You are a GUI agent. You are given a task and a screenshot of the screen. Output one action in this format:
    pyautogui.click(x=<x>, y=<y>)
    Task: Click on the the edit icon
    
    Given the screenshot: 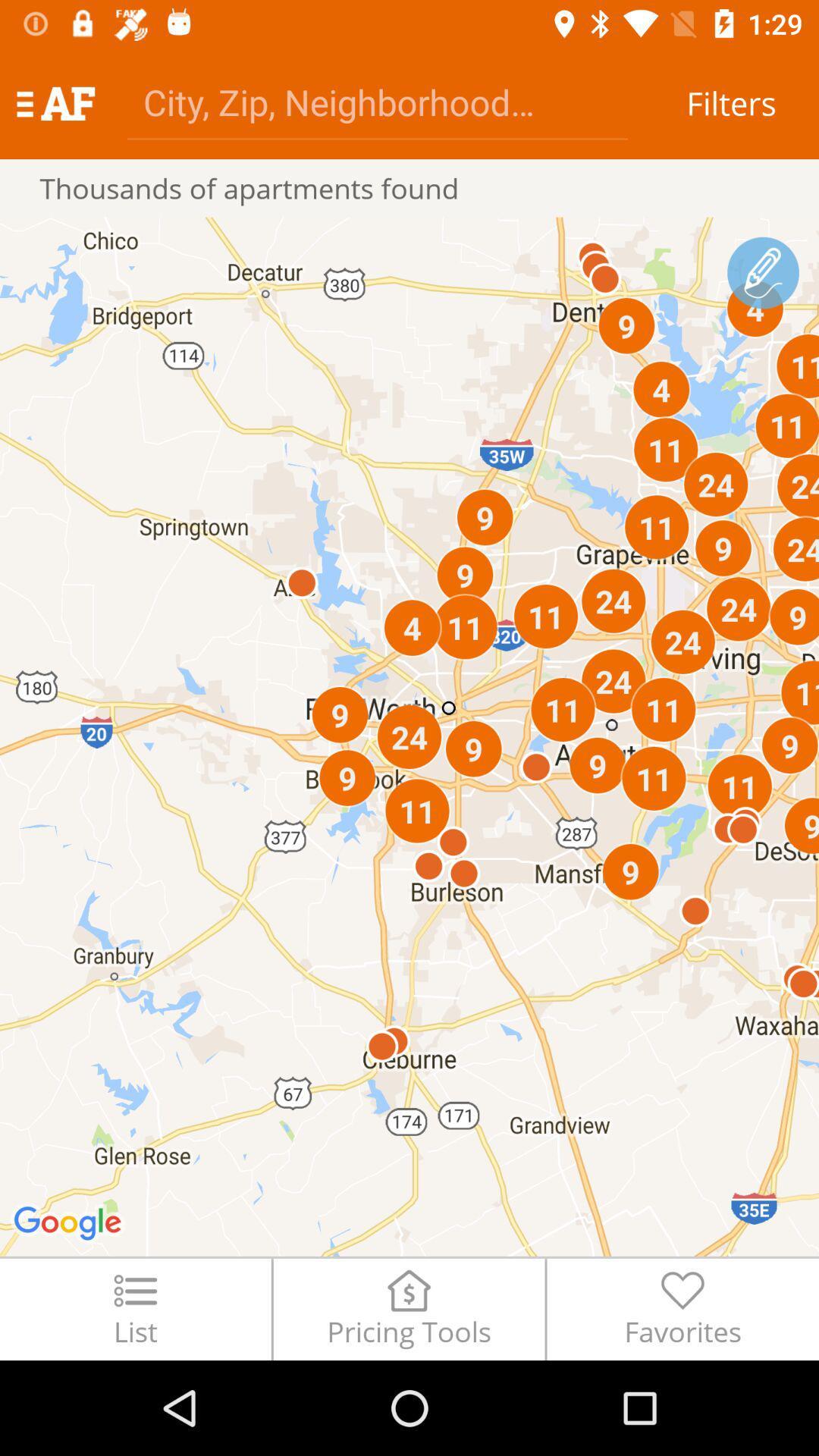 What is the action you would take?
    pyautogui.click(x=763, y=273)
    